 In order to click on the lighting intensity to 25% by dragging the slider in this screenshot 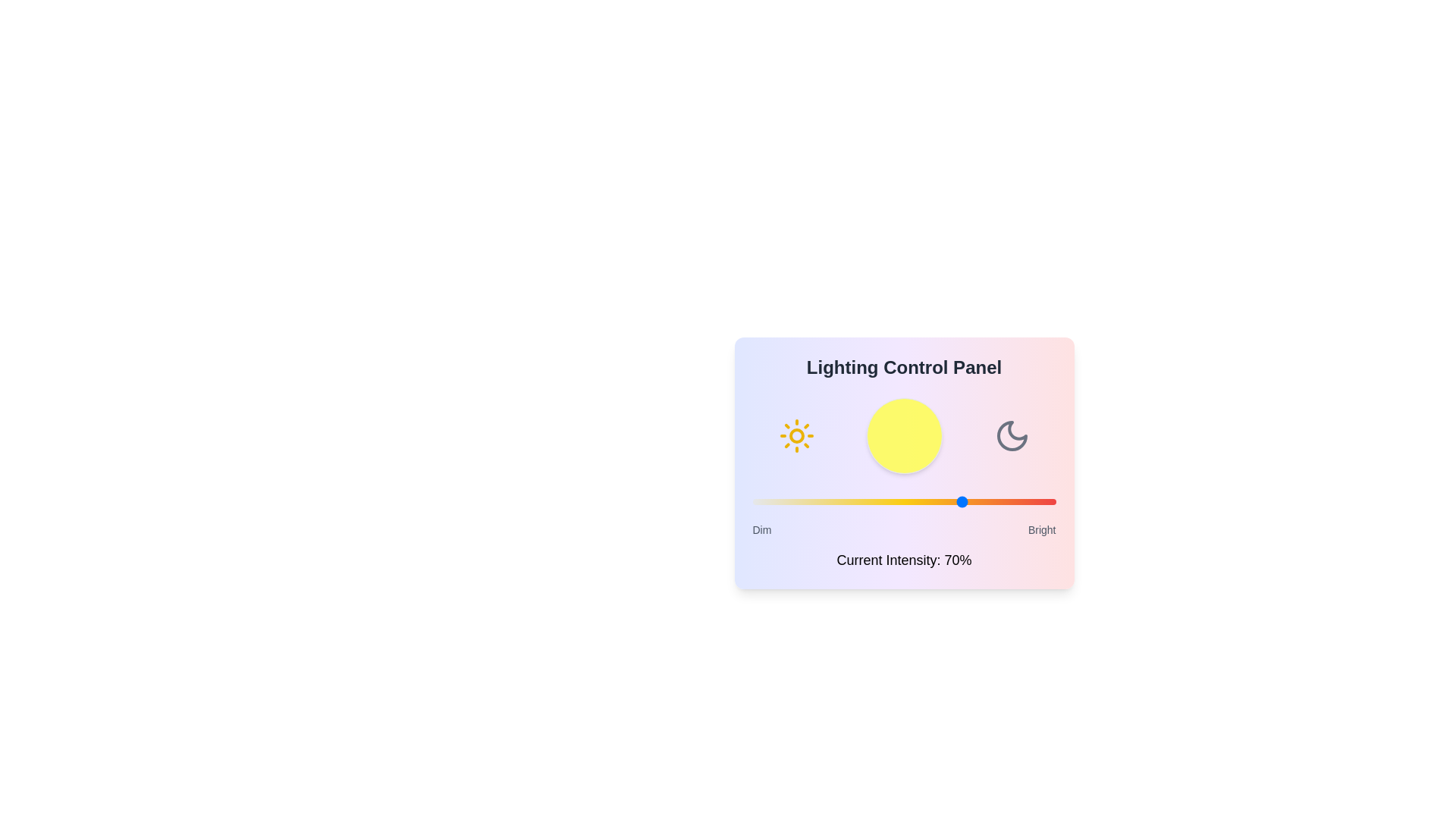, I will do `click(827, 502)`.